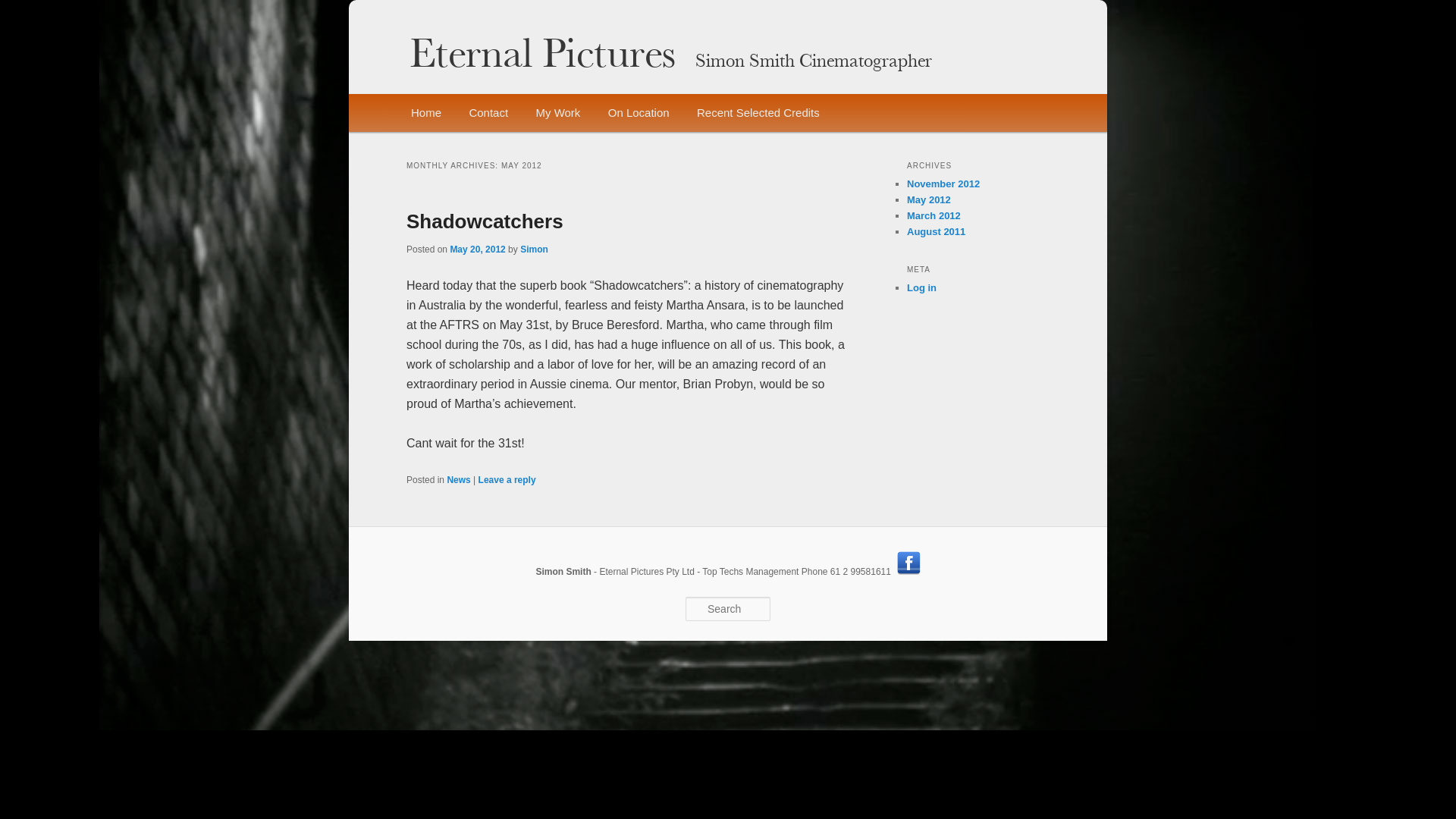 This screenshot has width=1456, height=819. Describe the element at coordinates (520, 248) in the screenshot. I see `'Simon'` at that location.